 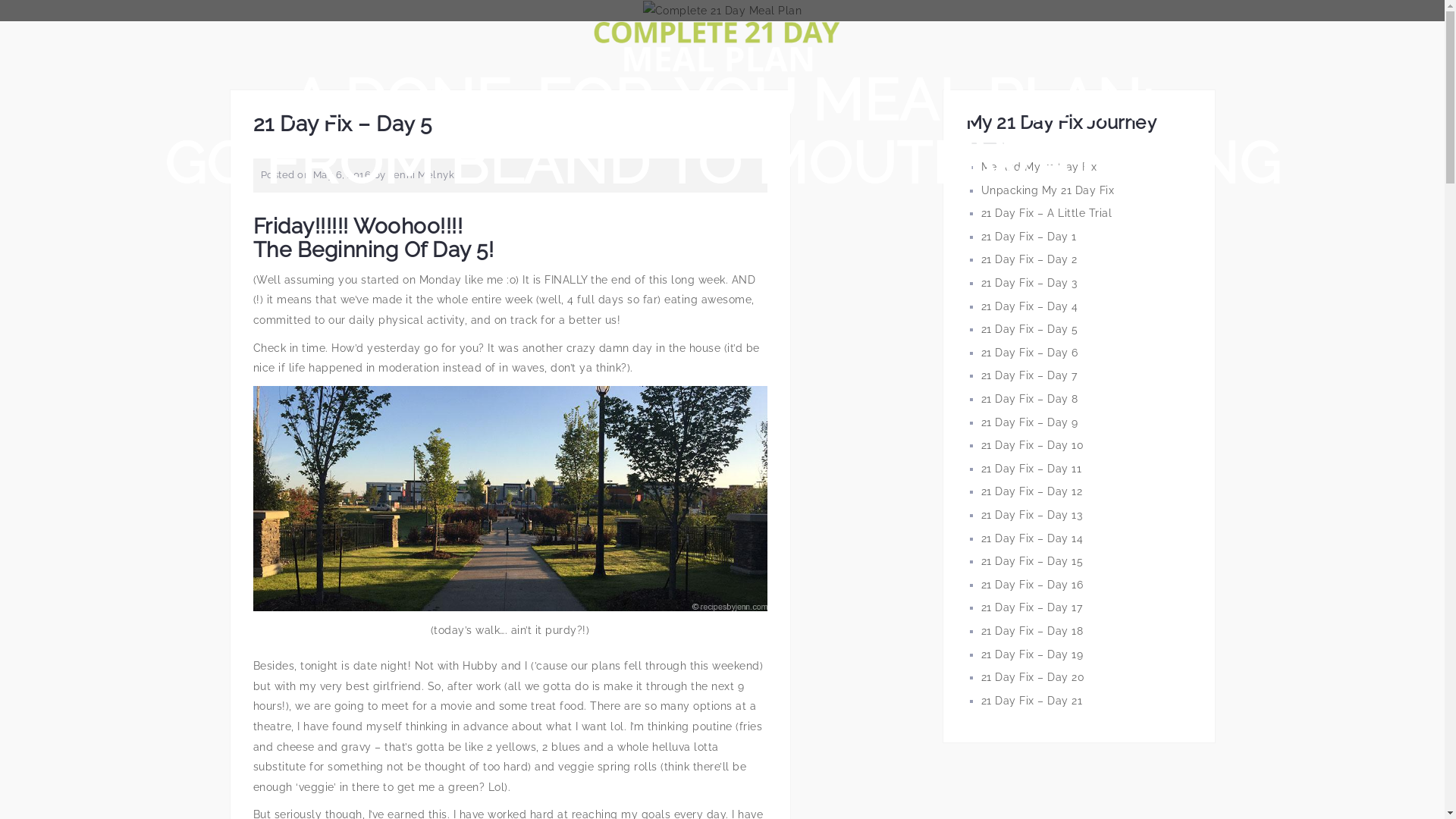 What do you see at coordinates (592, 40) in the screenshot?
I see `'Complete 21 Day Meal Plan'` at bounding box center [592, 40].